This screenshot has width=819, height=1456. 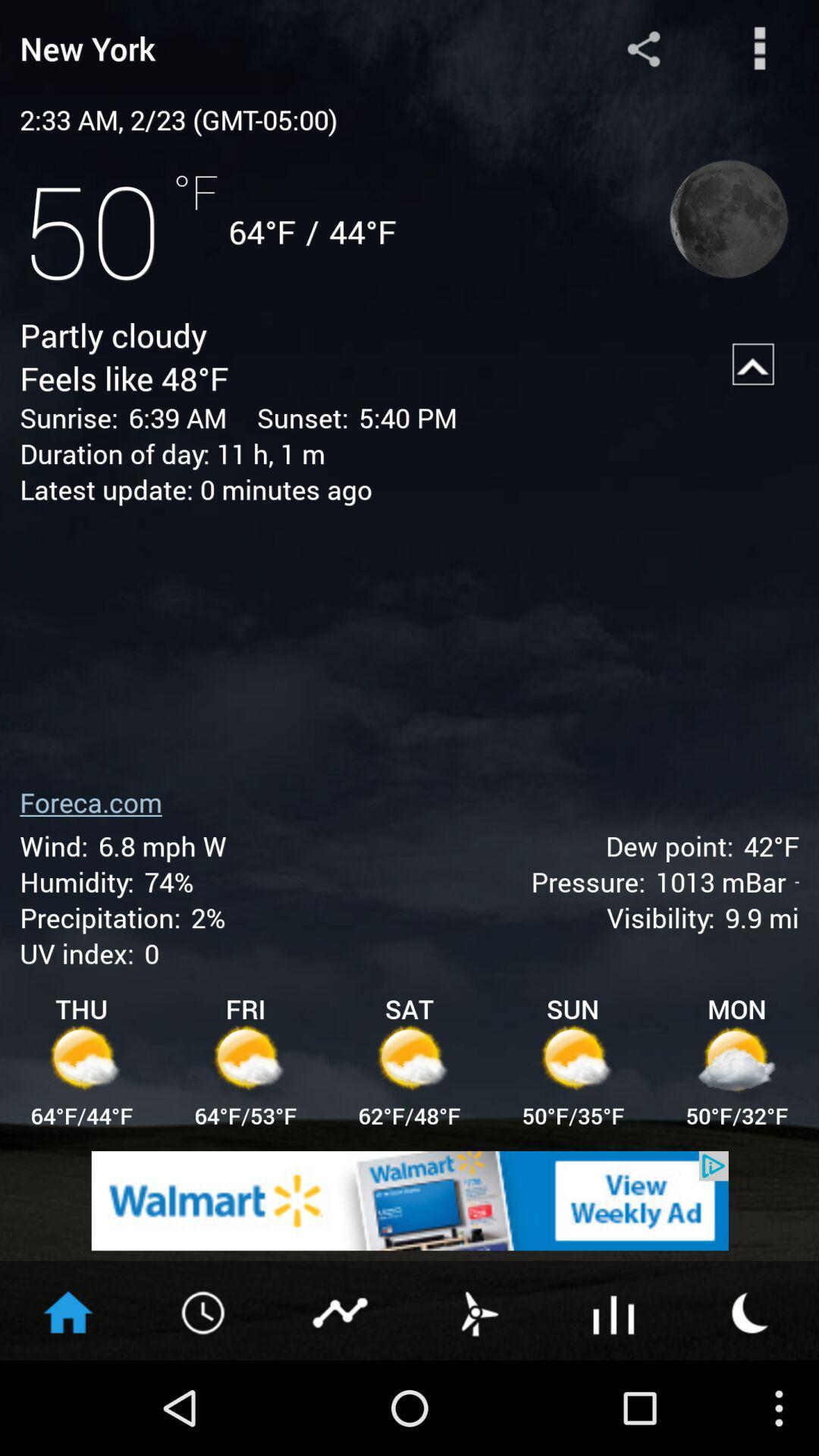 What do you see at coordinates (751, 1402) in the screenshot?
I see `the weather icon` at bounding box center [751, 1402].